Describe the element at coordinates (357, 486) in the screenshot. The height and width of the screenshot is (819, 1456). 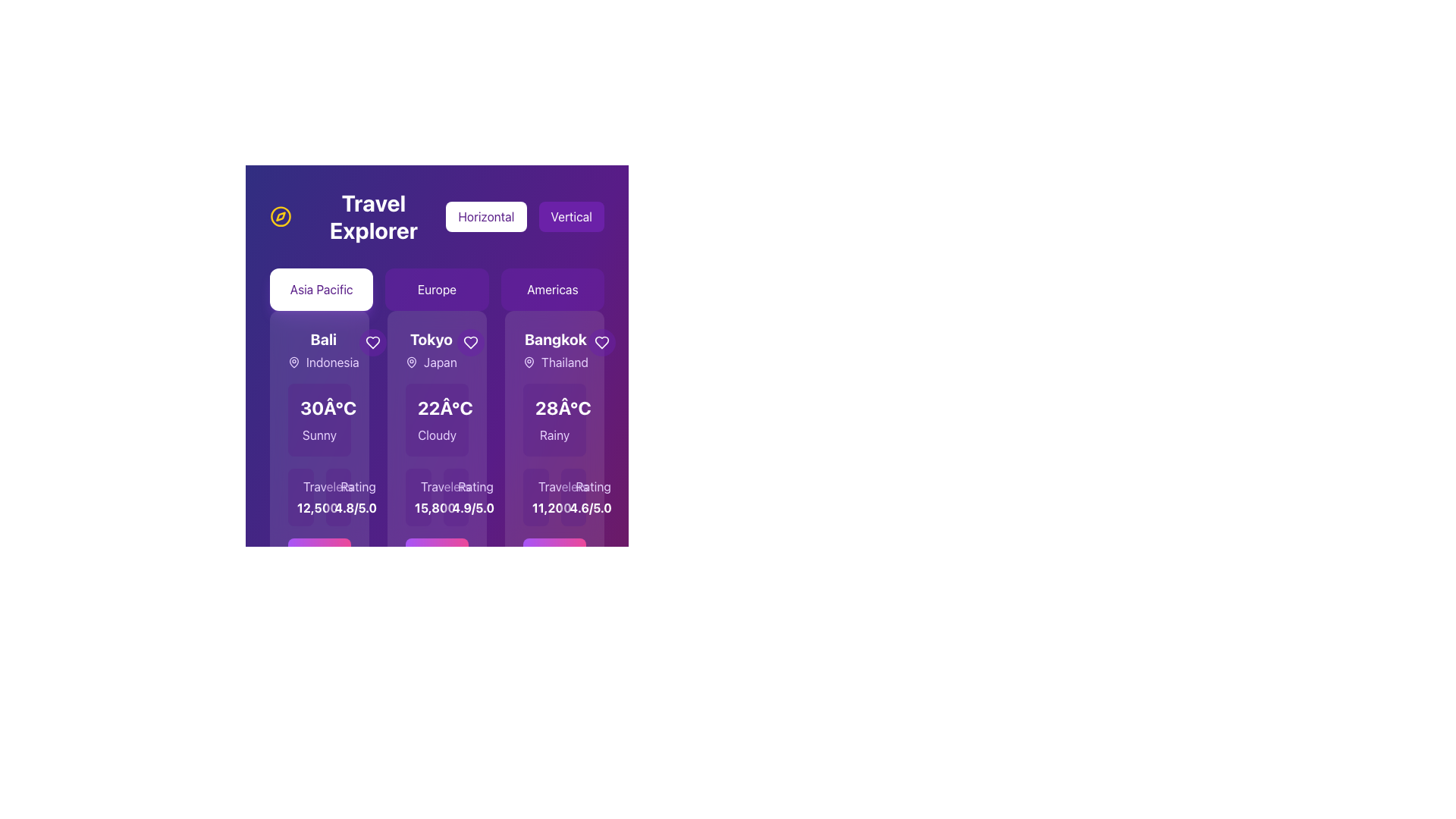
I see `text label indicating the rating score for Tokyo, Japan, located in the second column of the three-card layout` at that location.